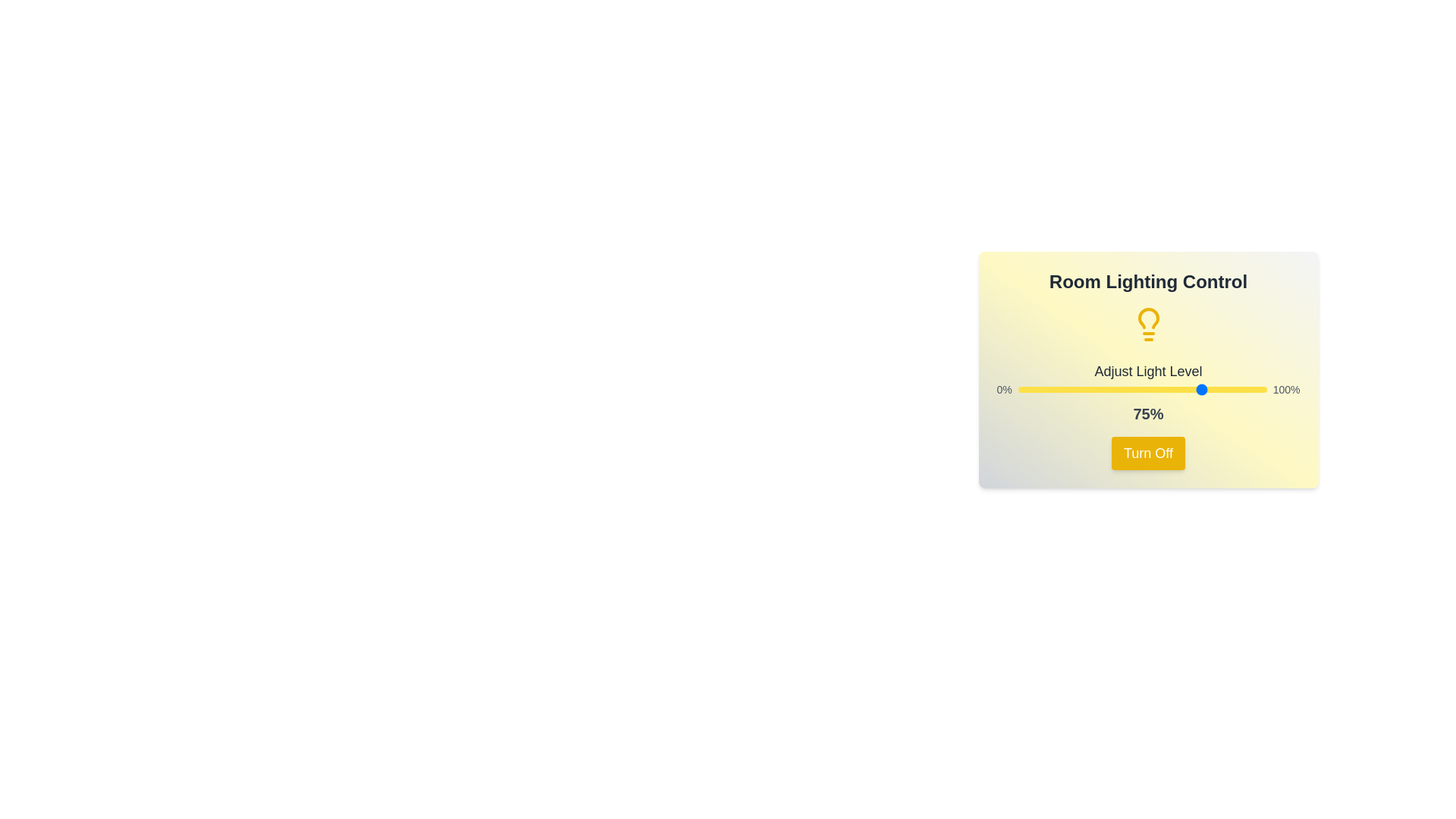 This screenshot has height=819, width=1456. What do you see at coordinates (1087, 388) in the screenshot?
I see `the light level to 28% by dragging the slider` at bounding box center [1087, 388].